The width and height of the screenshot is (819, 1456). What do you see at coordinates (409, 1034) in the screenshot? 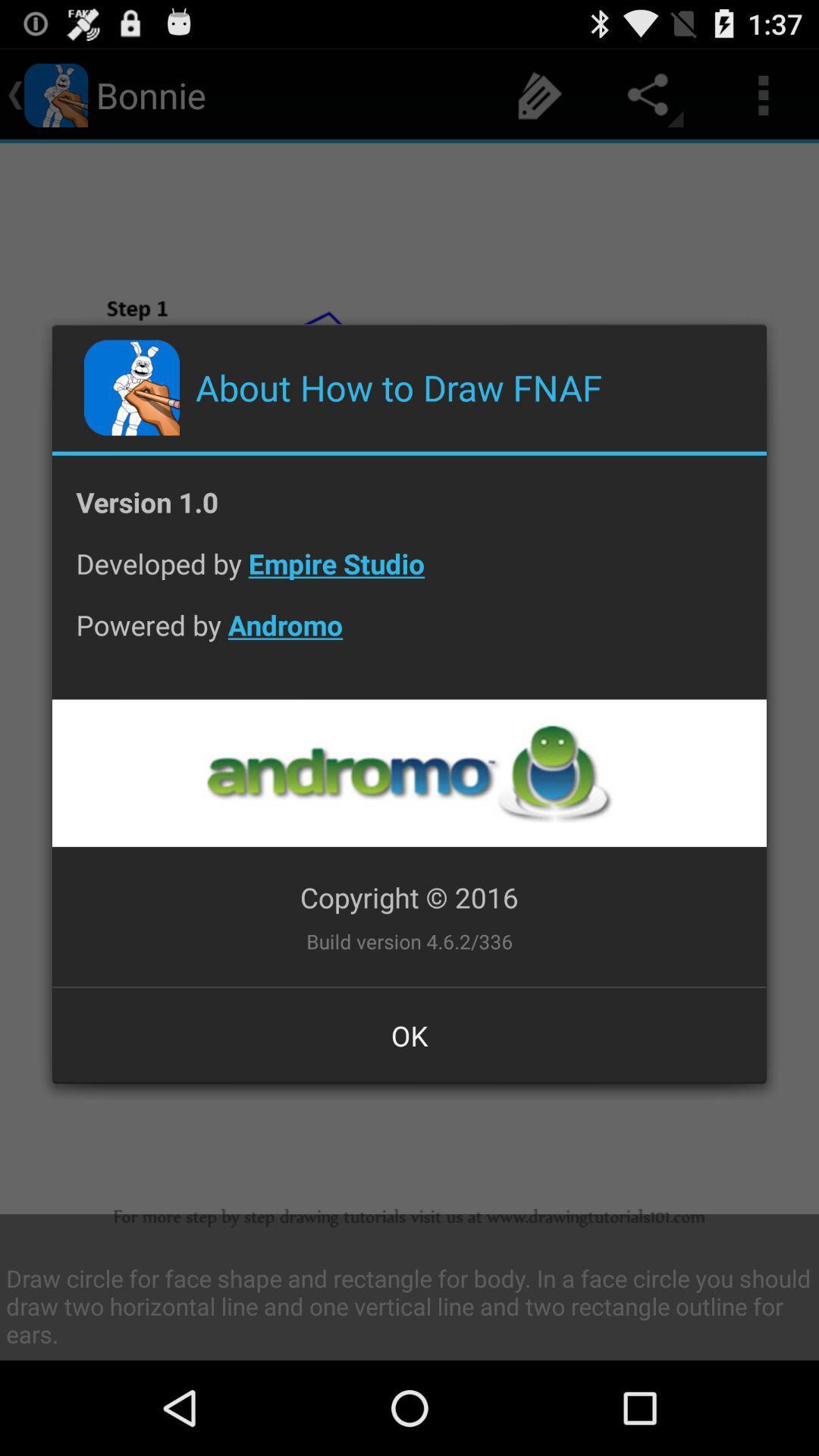
I see `button at the bottom` at bounding box center [409, 1034].